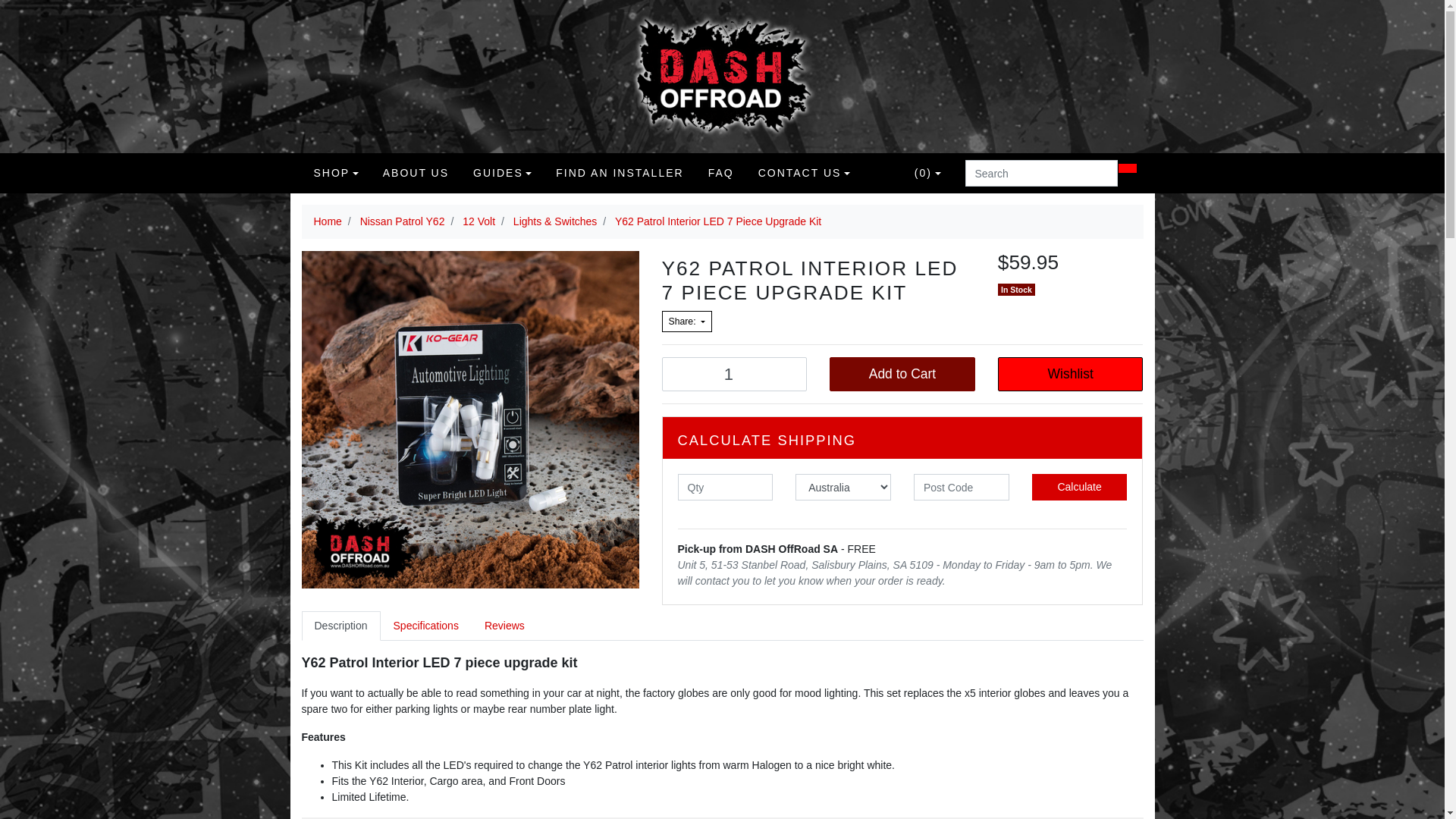  I want to click on '12 Volt', so click(478, 221).